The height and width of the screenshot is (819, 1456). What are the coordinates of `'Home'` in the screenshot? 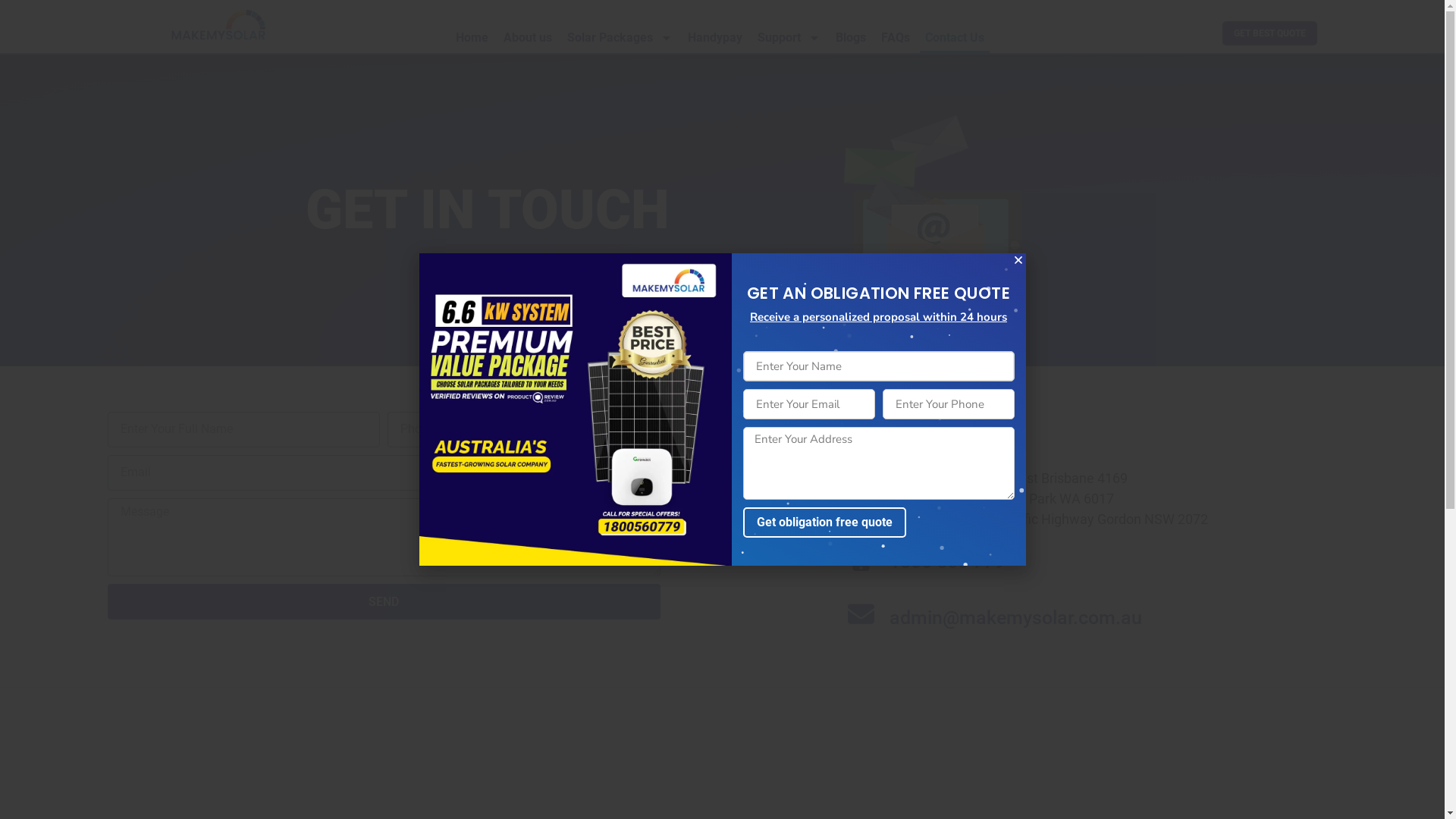 It's located at (471, 37).